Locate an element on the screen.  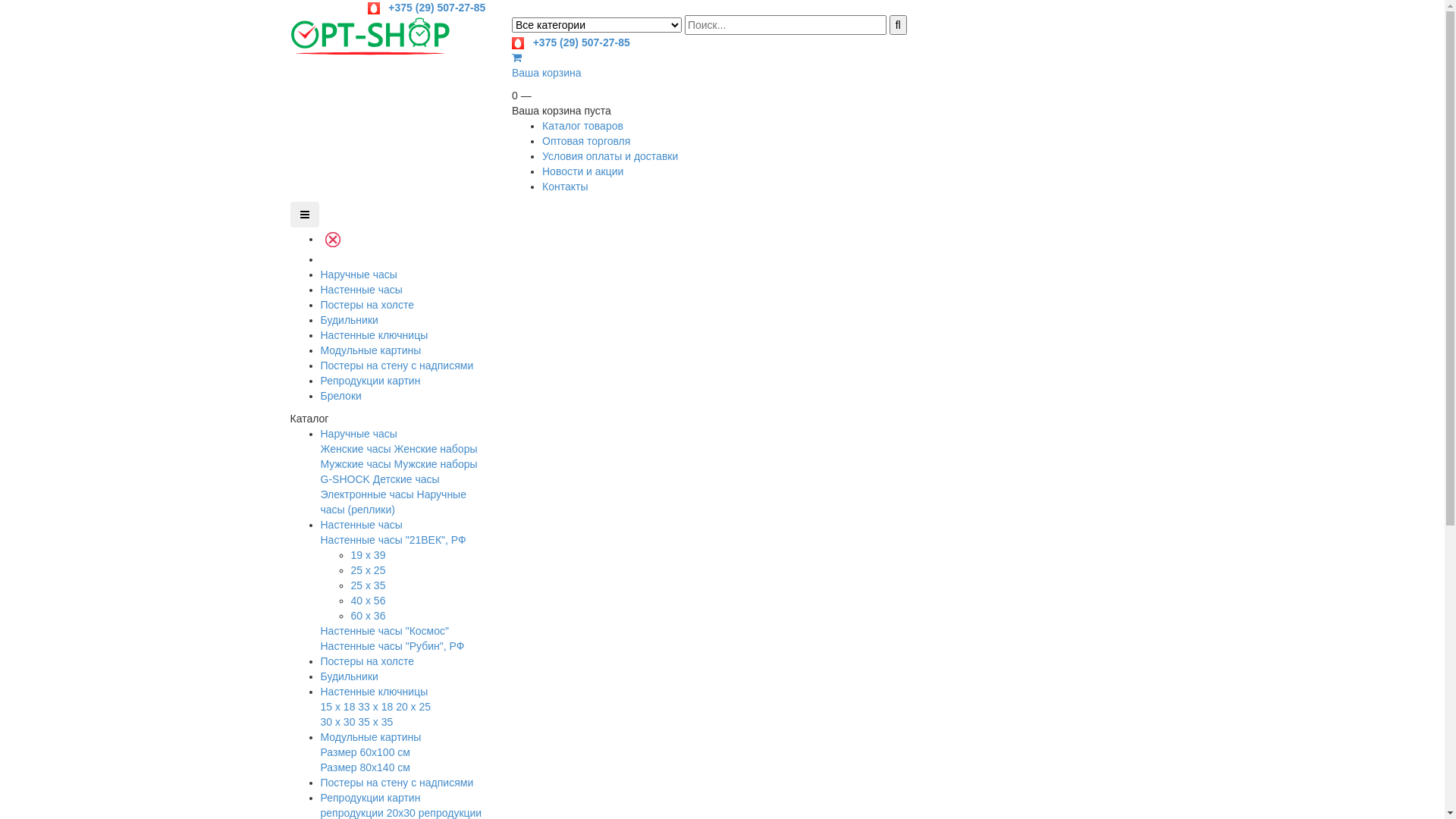
'  +375 (29) 507-27-85' is located at coordinates (425, 8).